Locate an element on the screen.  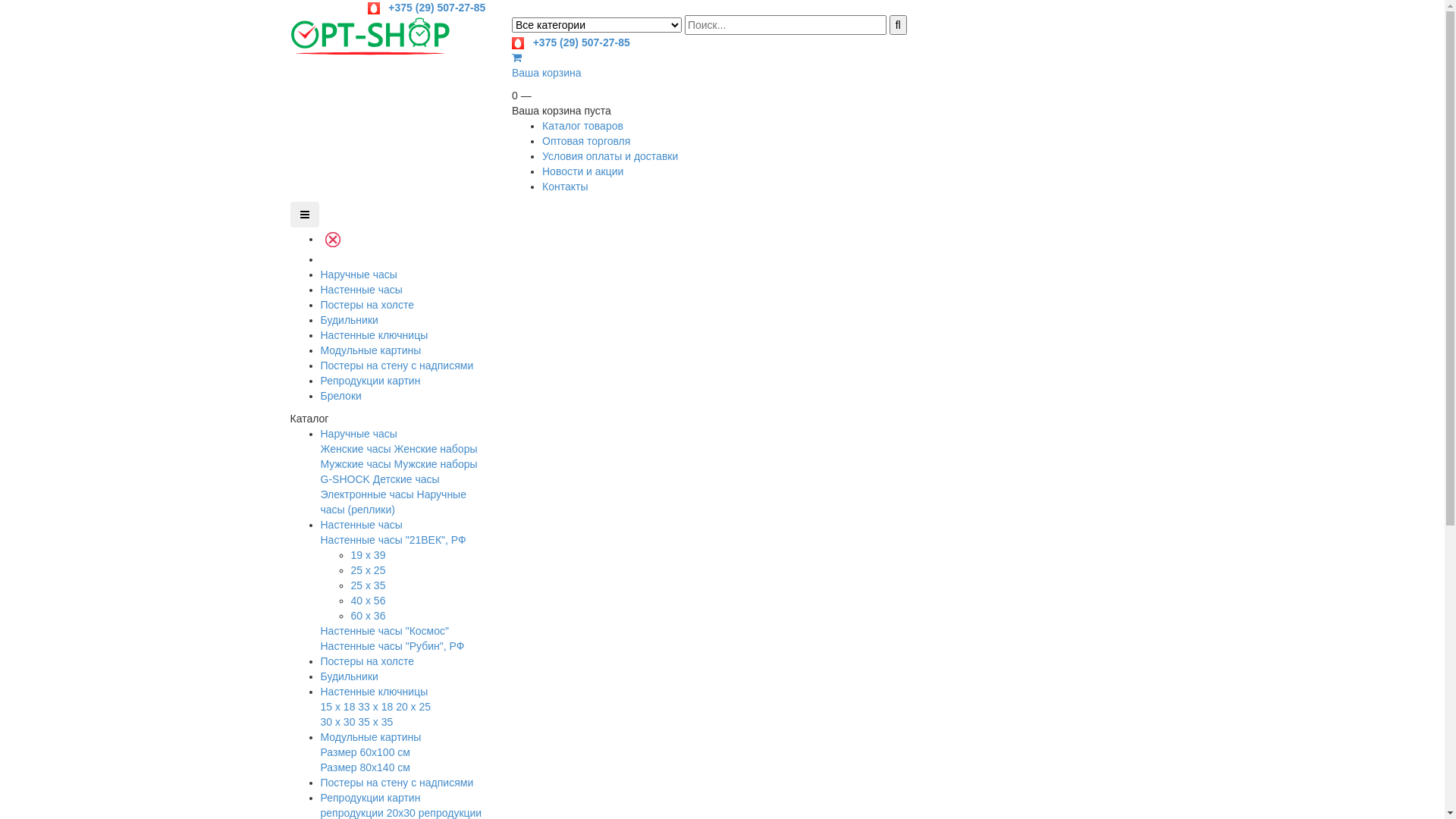
'  +375 (29) 507-27-85' is located at coordinates (425, 8).